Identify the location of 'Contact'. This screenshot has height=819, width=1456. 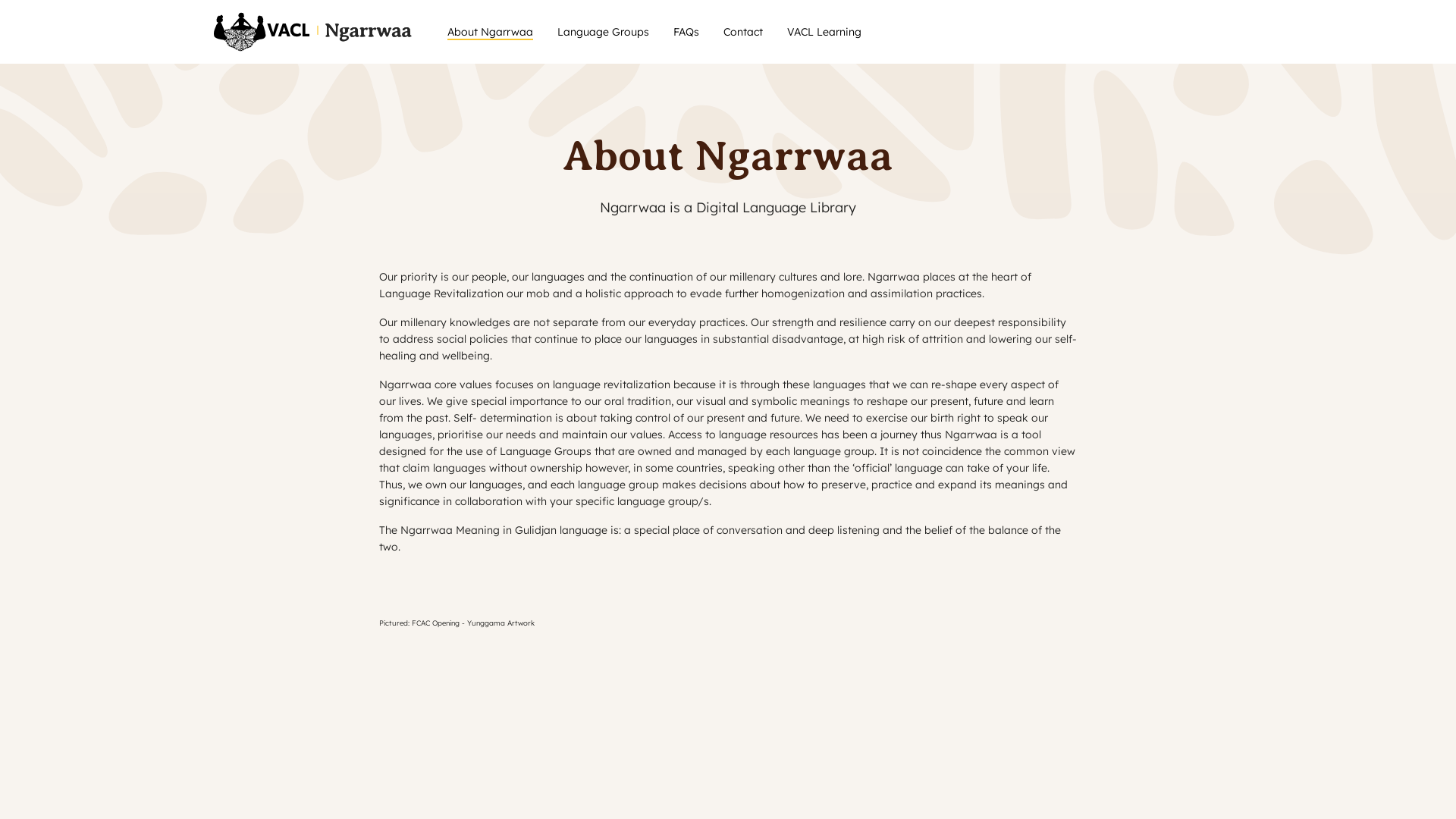
(742, 32).